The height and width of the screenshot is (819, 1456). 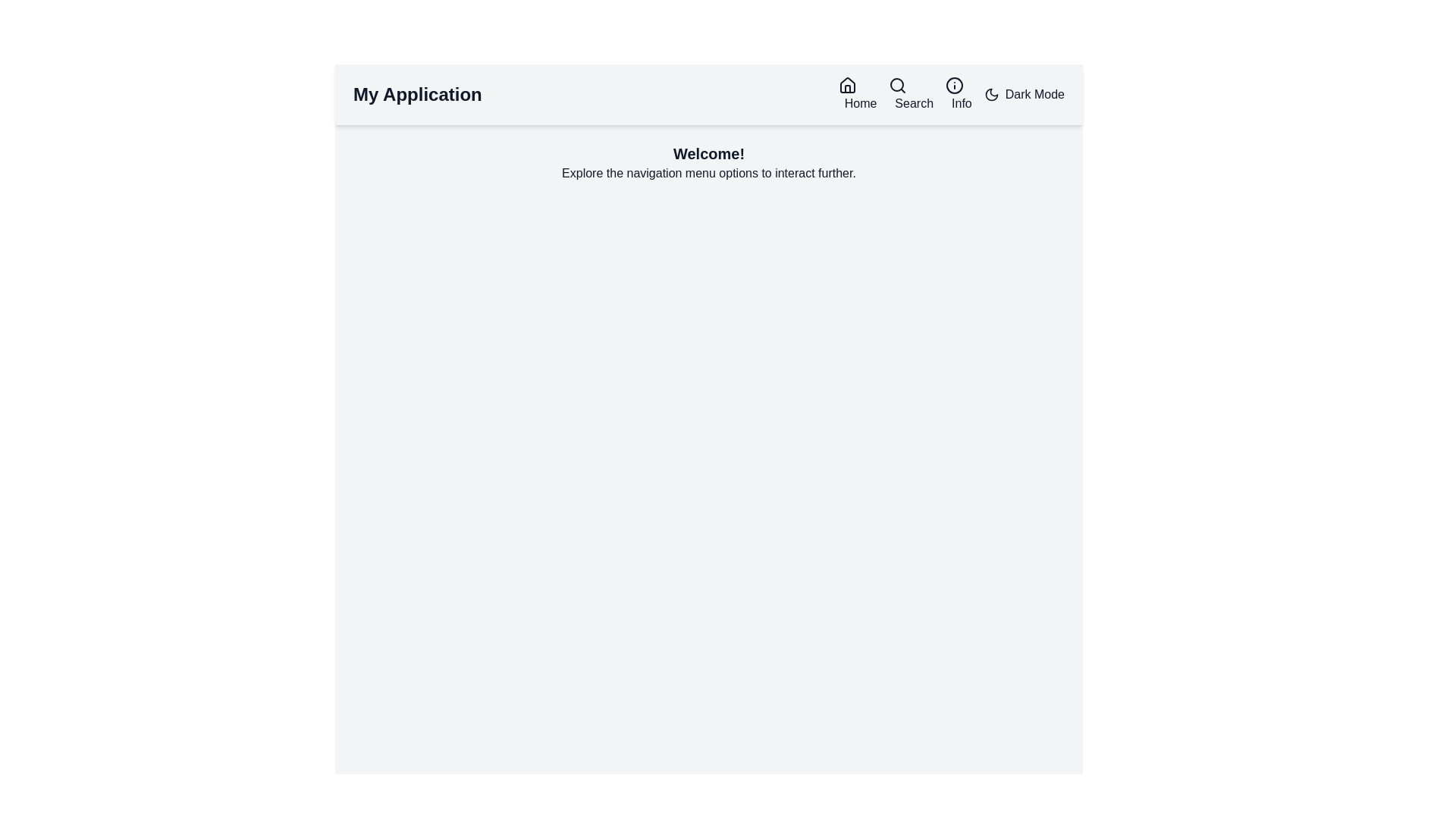 What do you see at coordinates (958, 94) in the screenshot?
I see `the informational button located in the third position of the horizontal navigation bar, which is right of the 'Search' item and left of the 'Dark Mode' item` at bounding box center [958, 94].